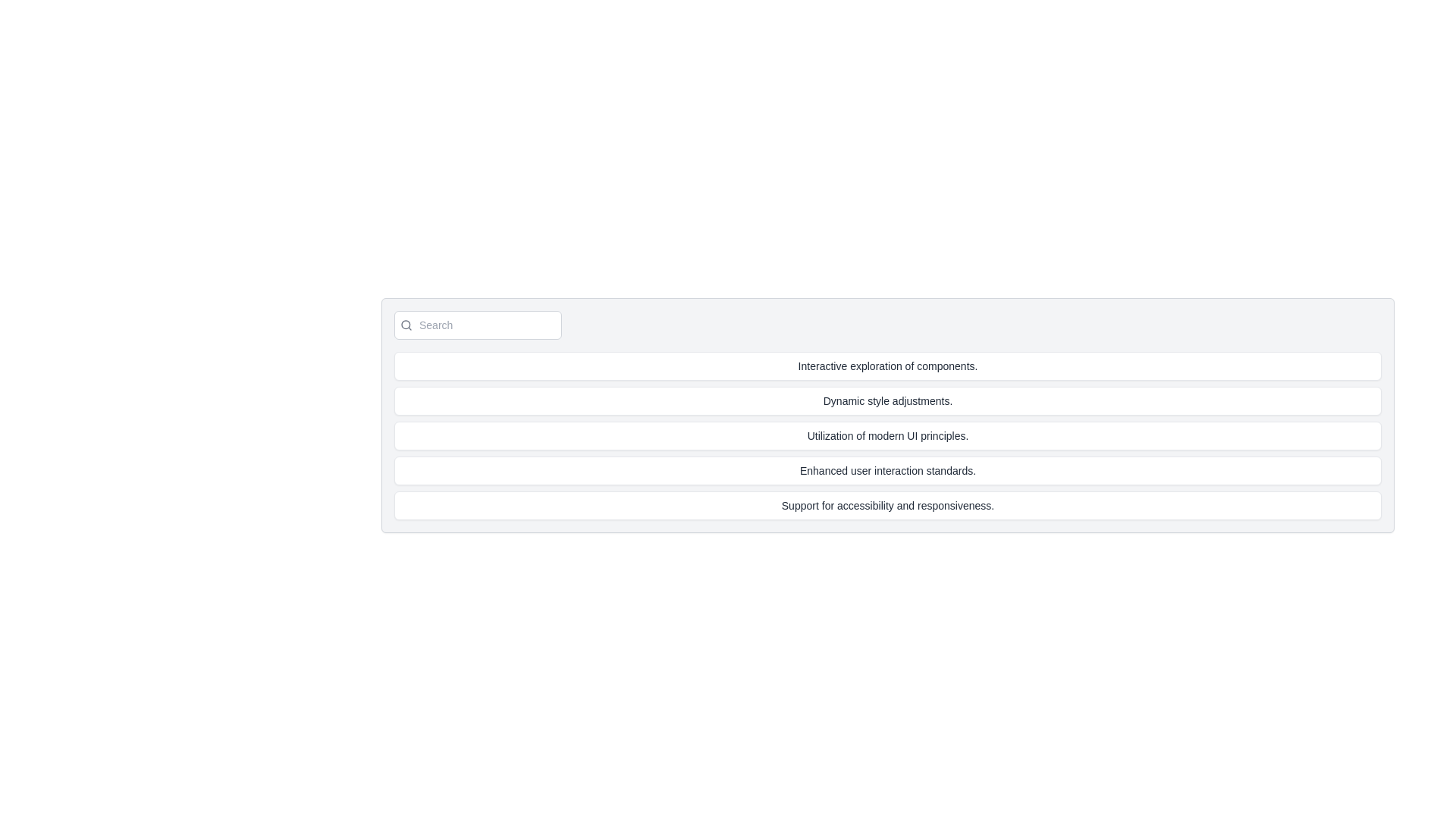 The width and height of the screenshot is (1456, 819). I want to click on the character 'o' in the word 'Utilization' within the sentence 'Utilization of modern UI principles', located on the third row of the application interface, so click(843, 435).